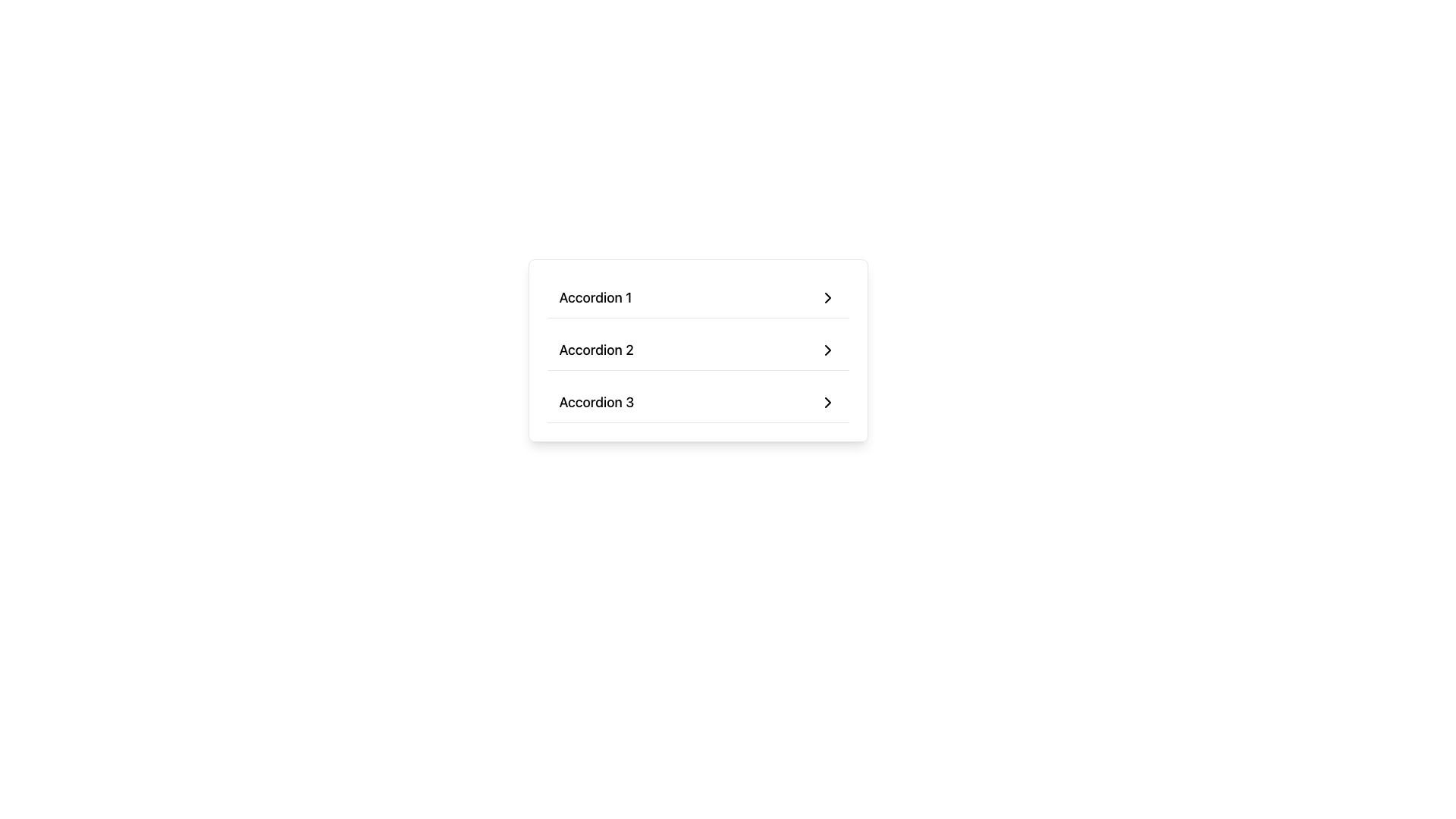  I want to click on the Chevron icon located to the far right of the second item in the vertically stacked accordion menu, so click(827, 350).